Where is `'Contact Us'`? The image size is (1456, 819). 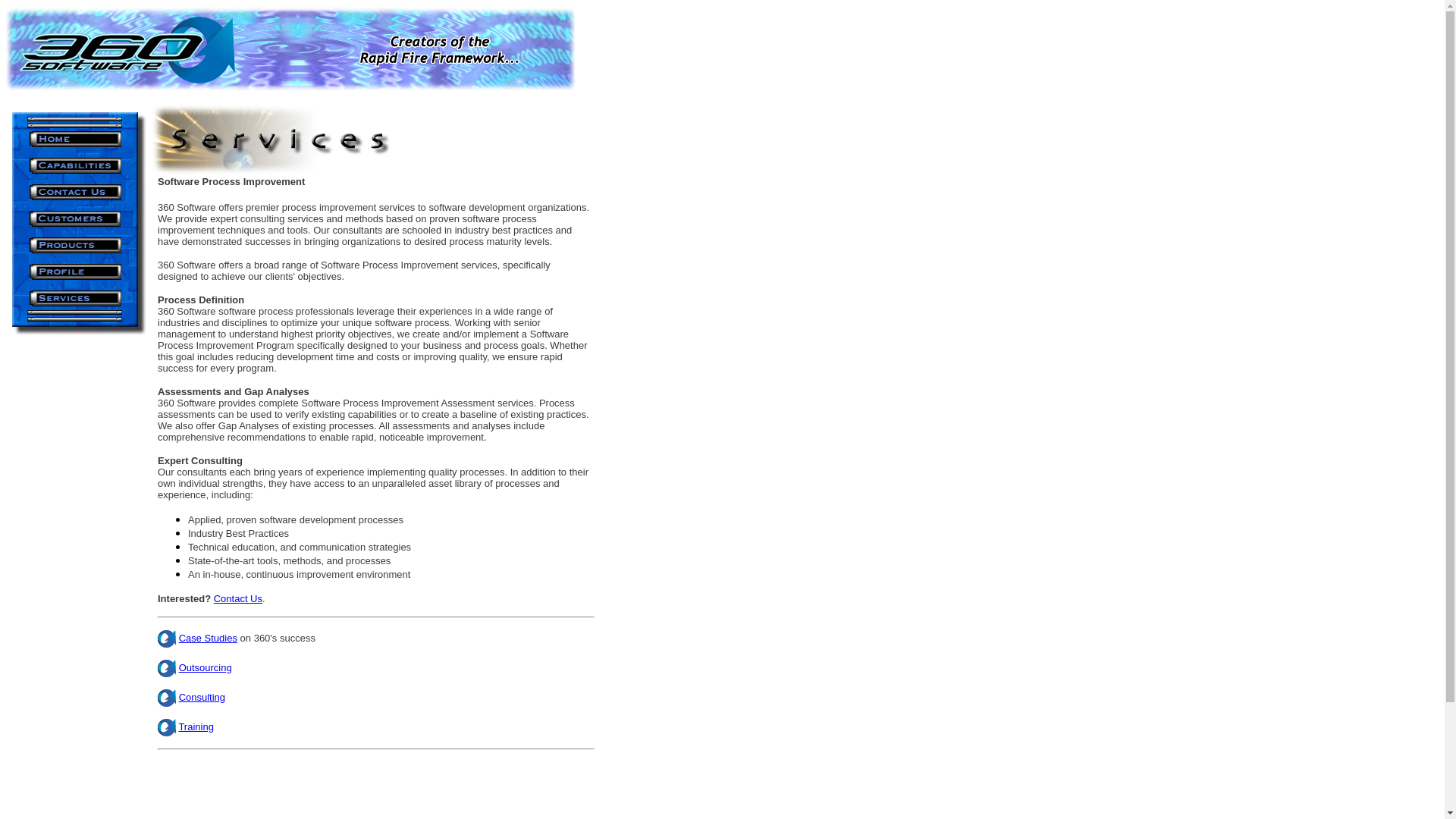
'Contact Us' is located at coordinates (213, 598).